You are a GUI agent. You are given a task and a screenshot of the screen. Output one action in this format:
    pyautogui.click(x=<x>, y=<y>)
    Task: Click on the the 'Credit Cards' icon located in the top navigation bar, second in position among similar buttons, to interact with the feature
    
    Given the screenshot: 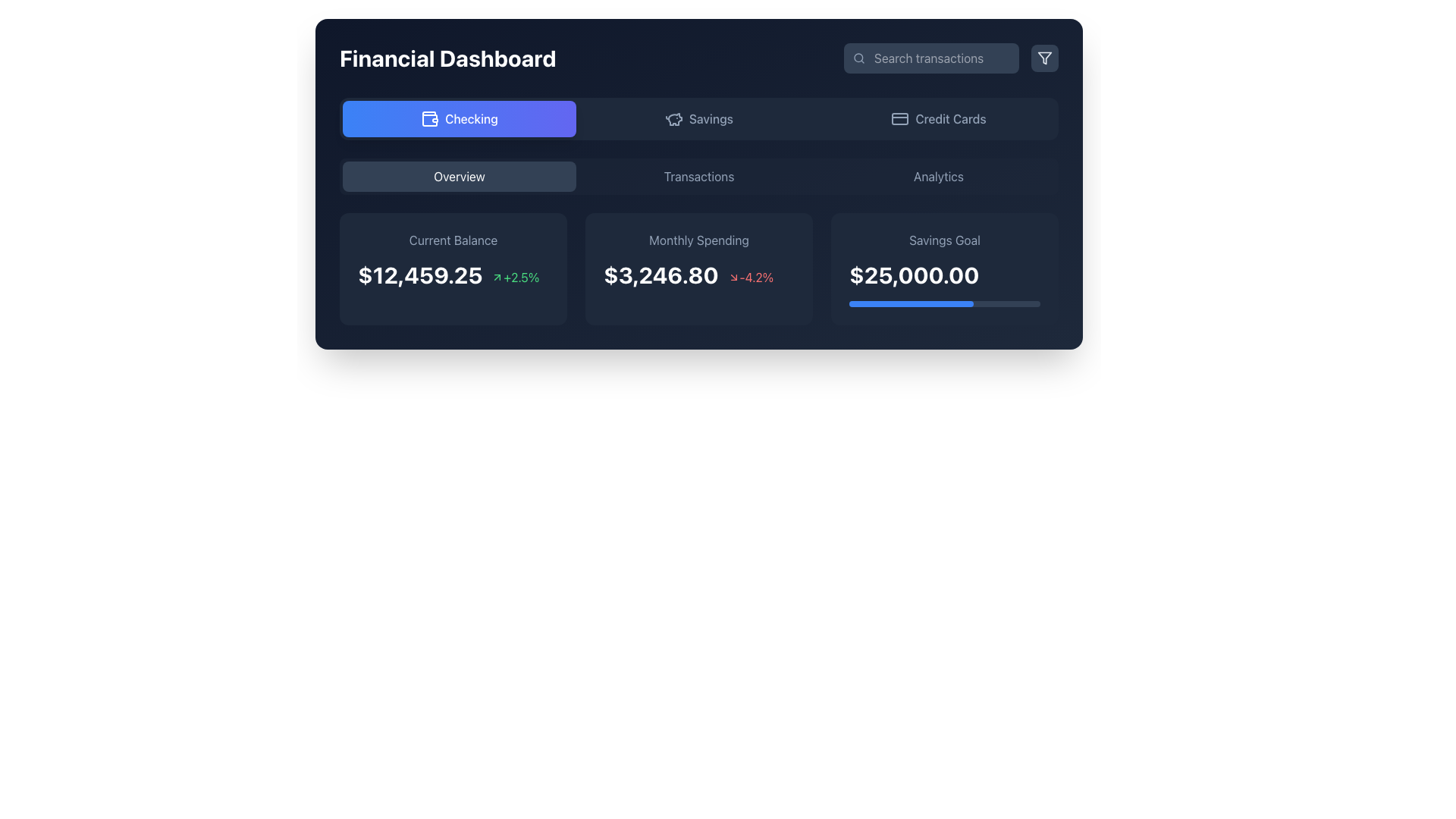 What is the action you would take?
    pyautogui.click(x=900, y=118)
    